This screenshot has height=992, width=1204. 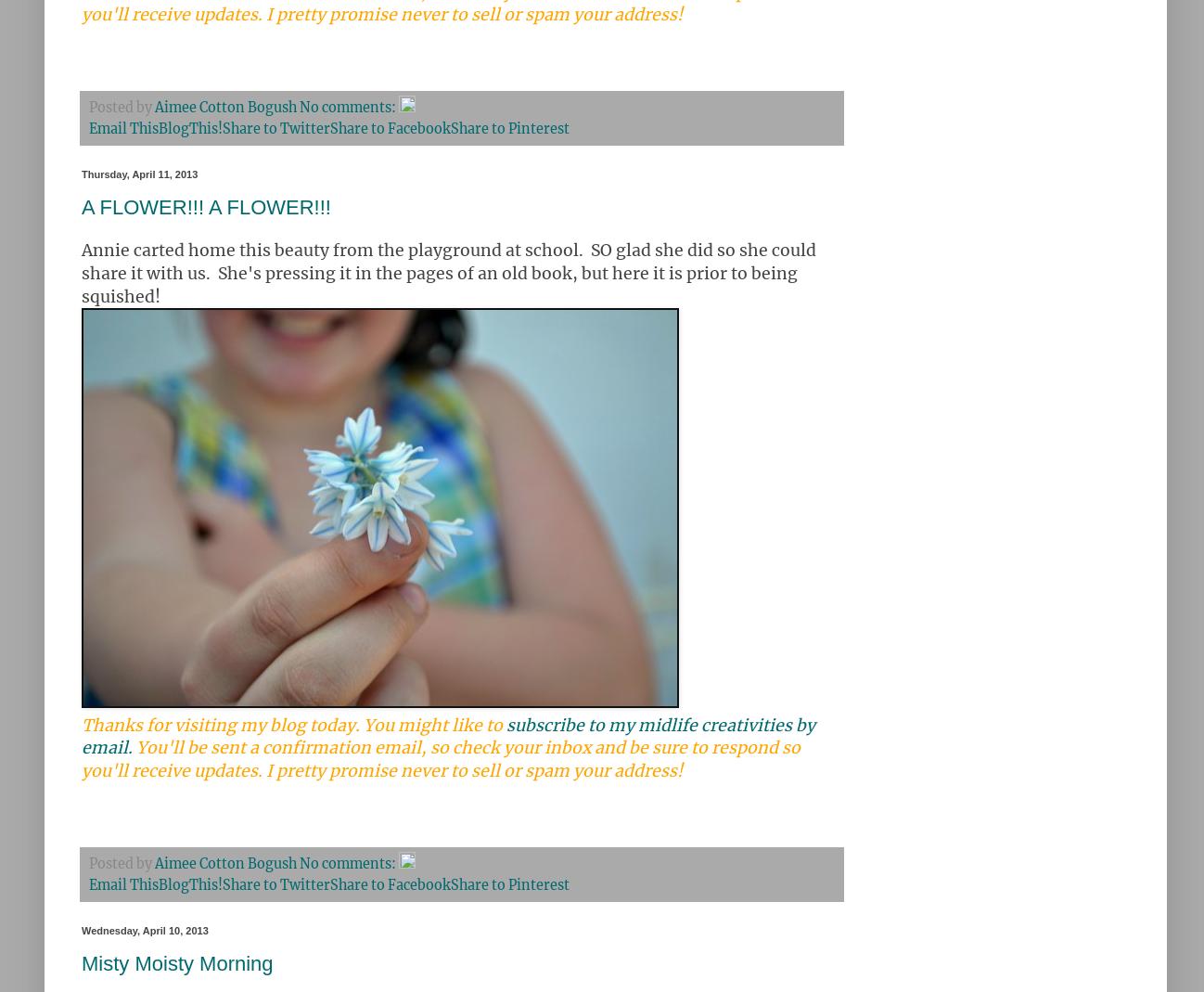 I want to click on 'Thursday, April 11, 2013', so click(x=138, y=174).